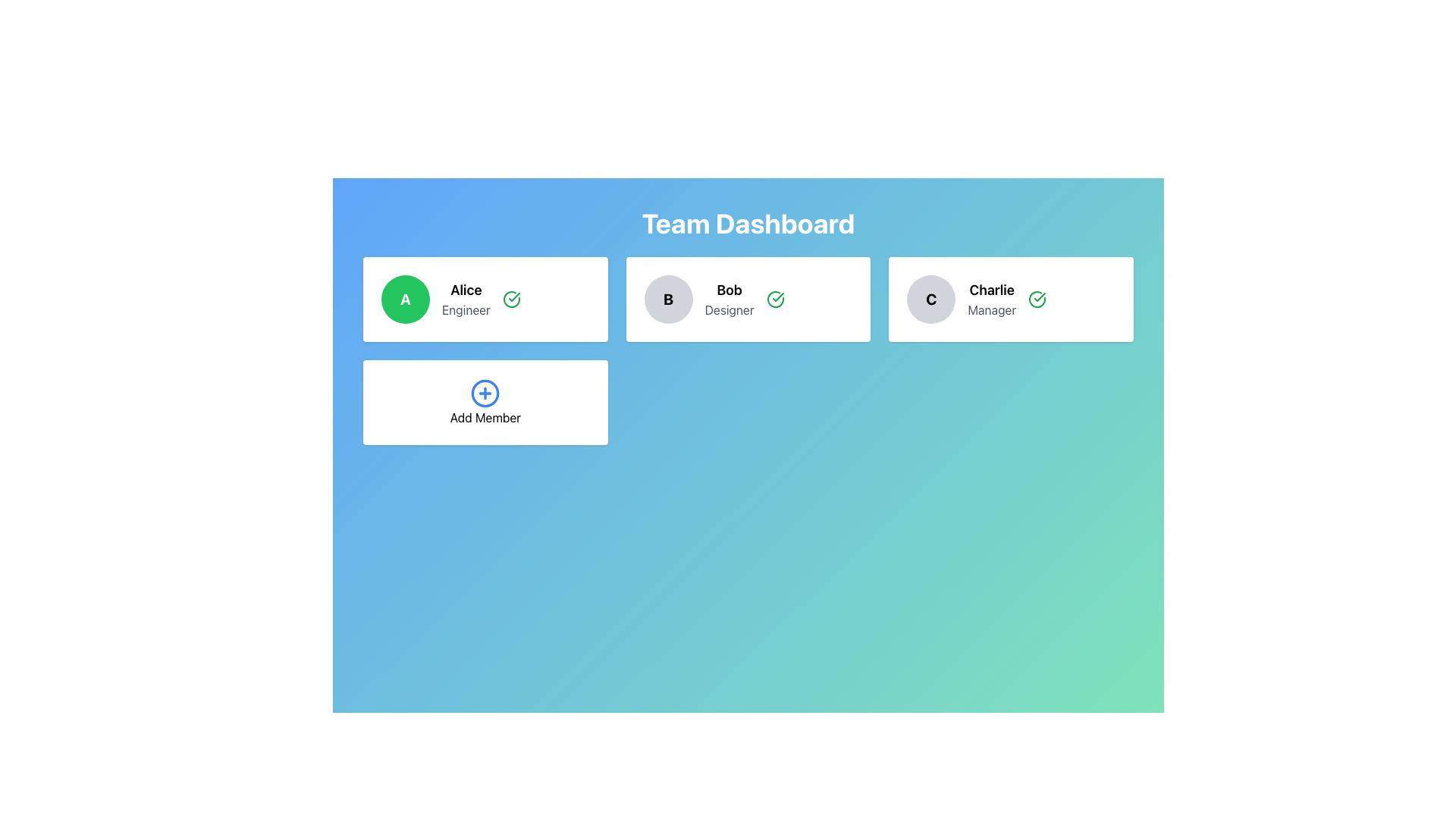 This screenshot has height=819, width=1456. I want to click on text 'Charlie' displayed in the first line of the card for the team dashboard, located on the rightmost side of the top row of cards, so click(992, 290).